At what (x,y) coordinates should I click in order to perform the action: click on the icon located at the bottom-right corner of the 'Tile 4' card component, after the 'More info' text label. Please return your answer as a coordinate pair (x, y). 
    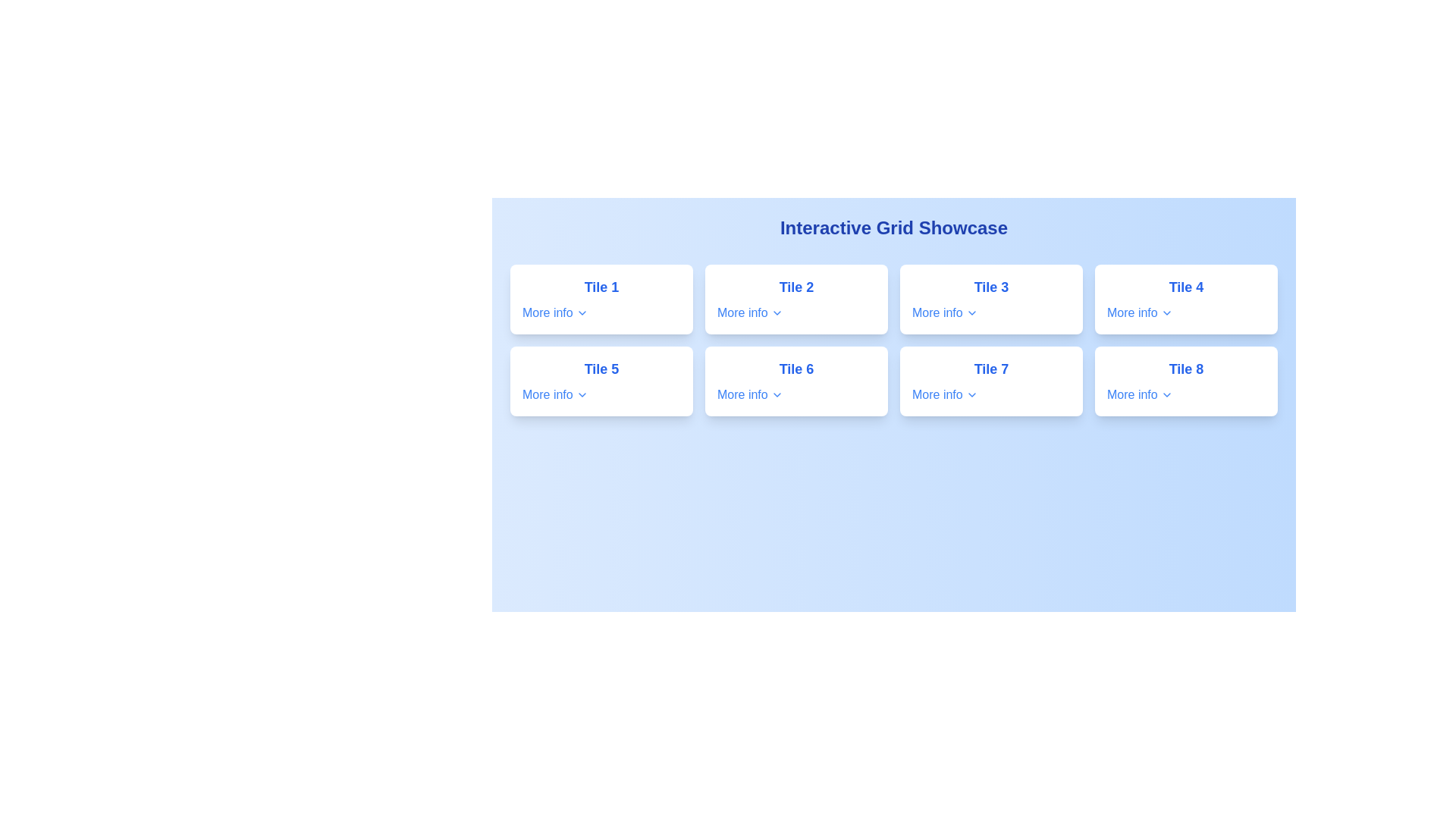
    Looking at the image, I should click on (1166, 312).